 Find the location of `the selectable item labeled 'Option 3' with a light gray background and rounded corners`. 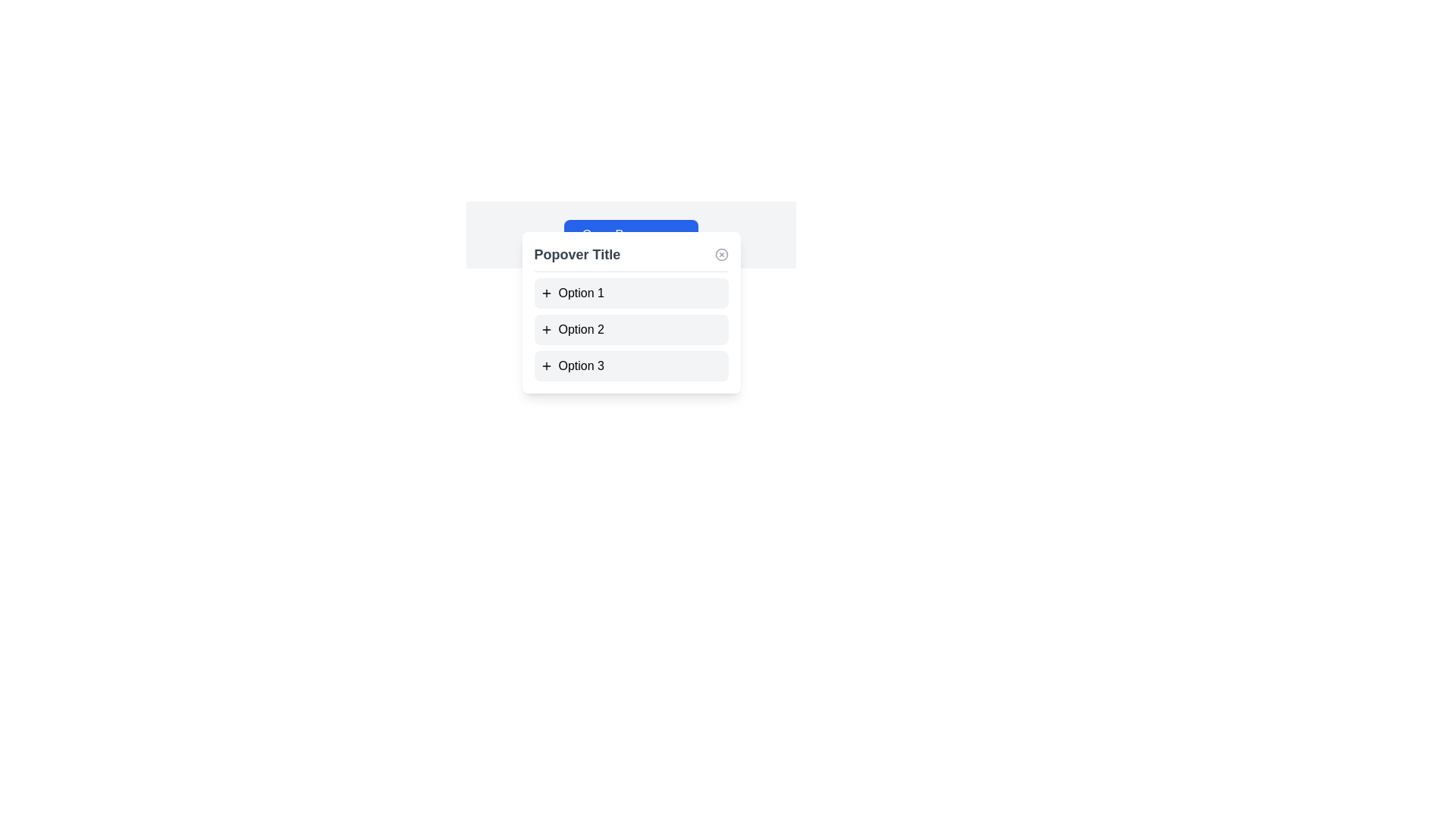

the selectable item labeled 'Option 3' with a light gray background and rounded corners is located at coordinates (631, 366).